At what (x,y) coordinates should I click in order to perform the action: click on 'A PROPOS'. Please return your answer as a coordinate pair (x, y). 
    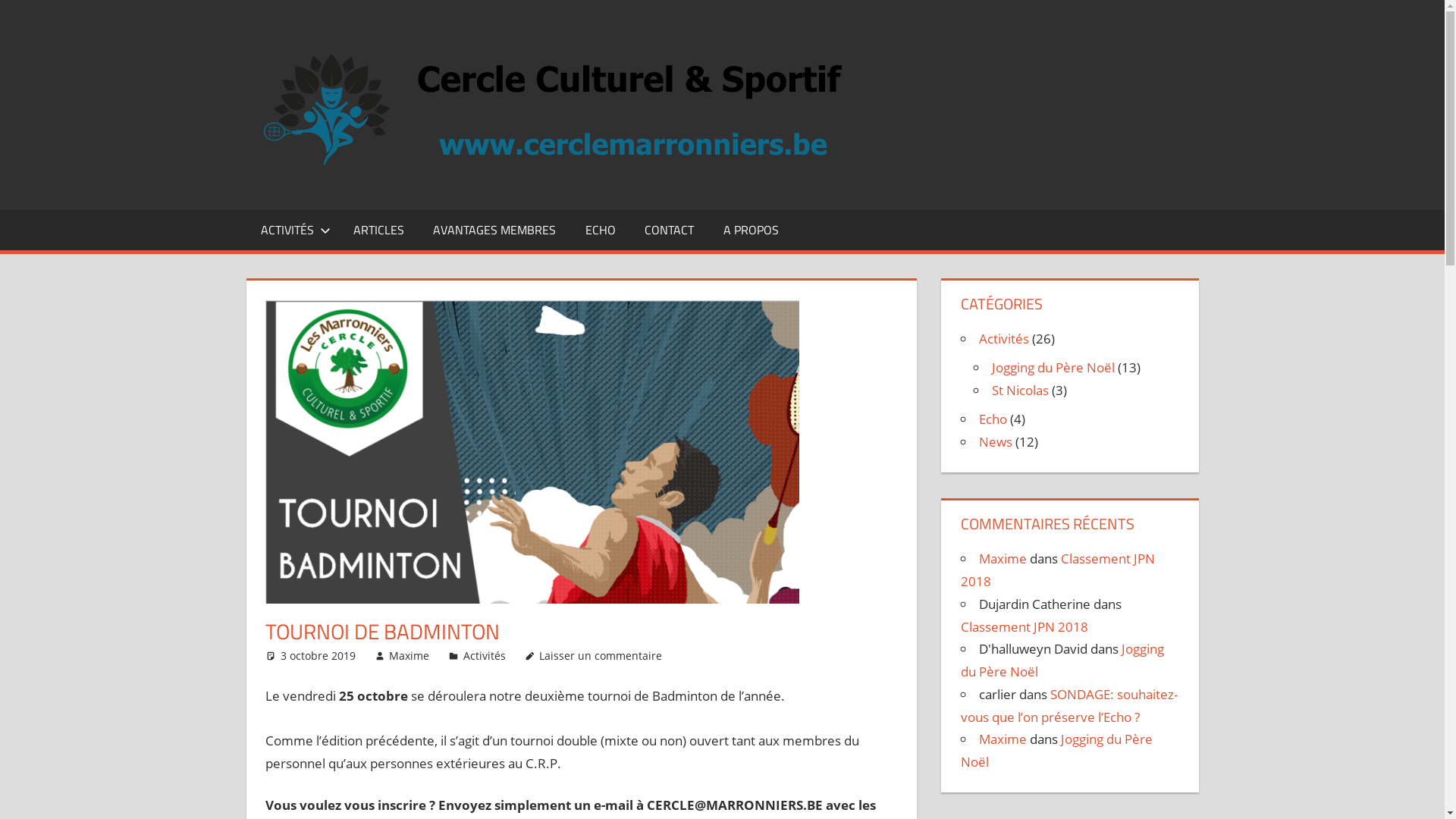
    Looking at the image, I should click on (750, 230).